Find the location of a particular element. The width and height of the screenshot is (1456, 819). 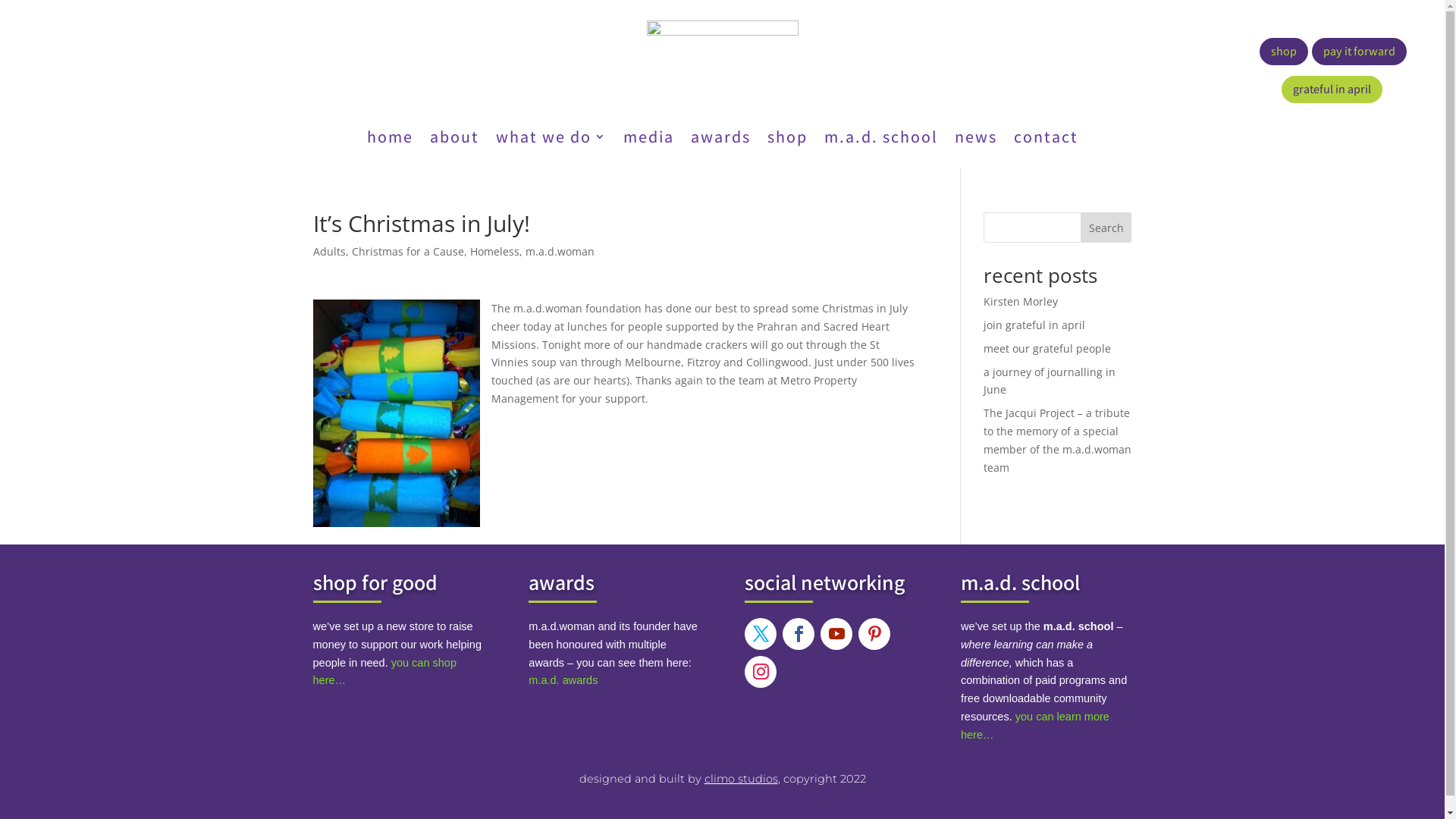

'media' is located at coordinates (648, 140).